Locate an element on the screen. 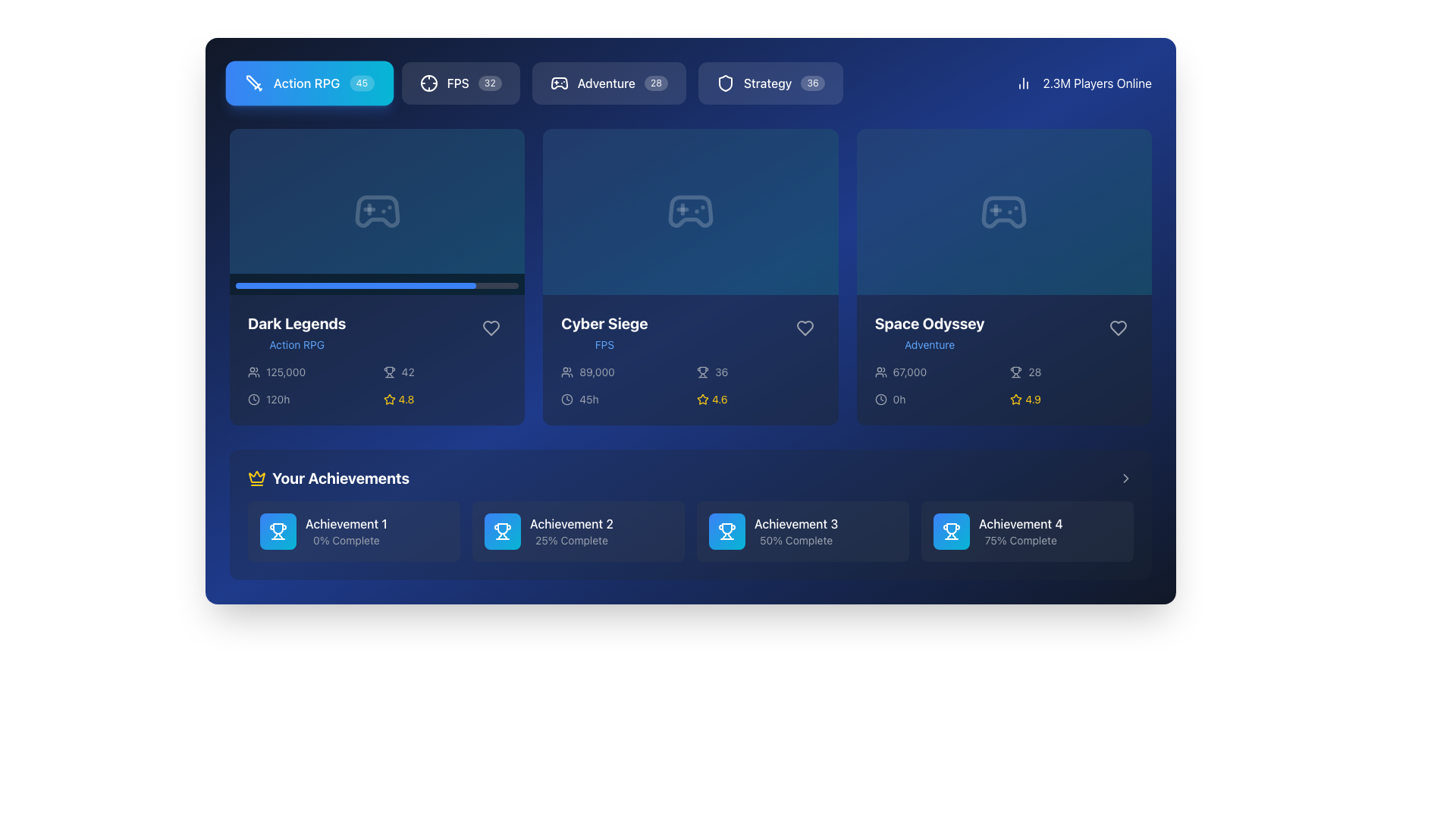  the 'FPS' button, the second button from the left in a horizontal list of four buttons at the top center of the layout is located at coordinates (460, 83).